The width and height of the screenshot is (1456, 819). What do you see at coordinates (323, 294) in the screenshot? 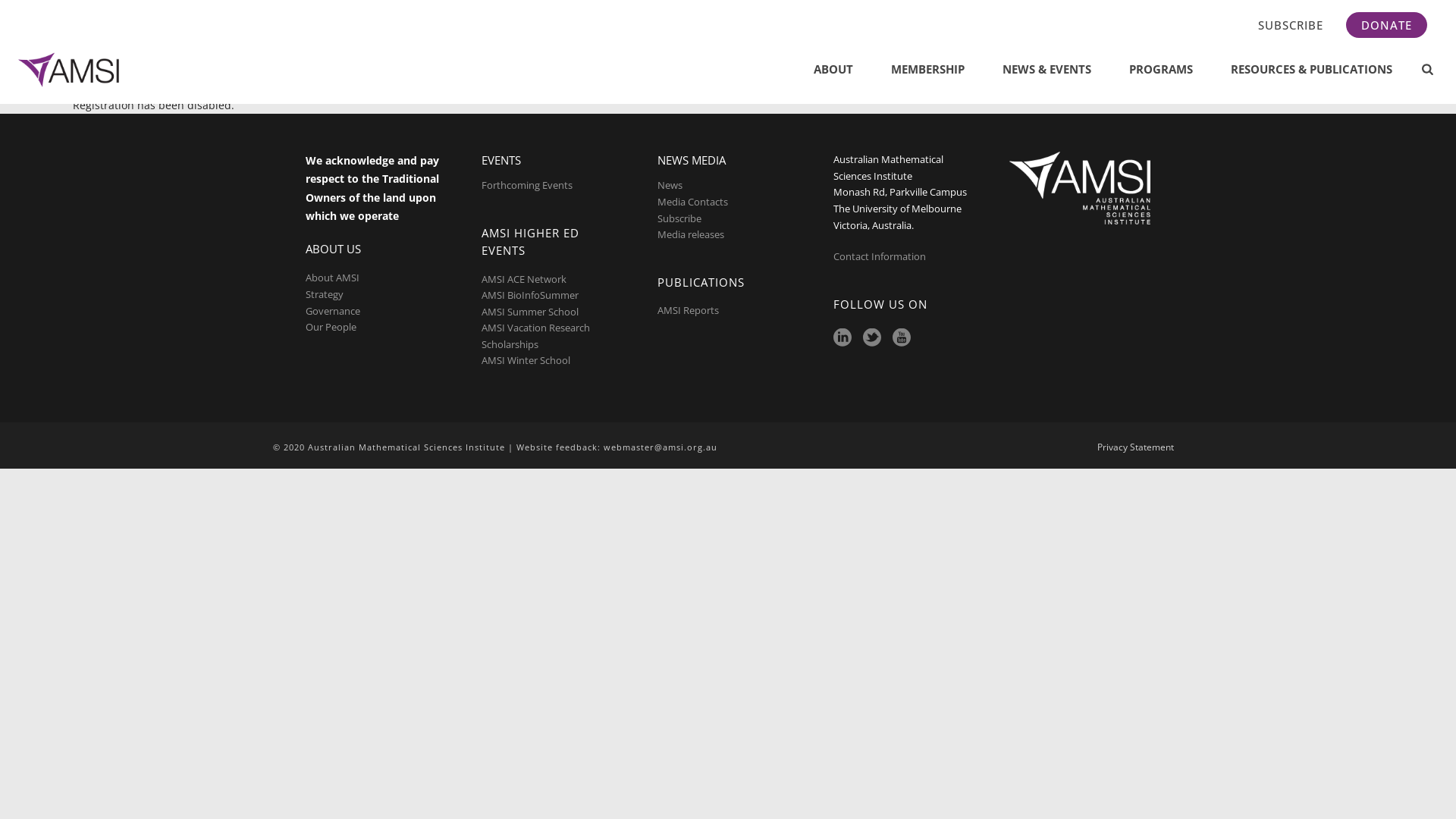
I see `'Strategy'` at bounding box center [323, 294].